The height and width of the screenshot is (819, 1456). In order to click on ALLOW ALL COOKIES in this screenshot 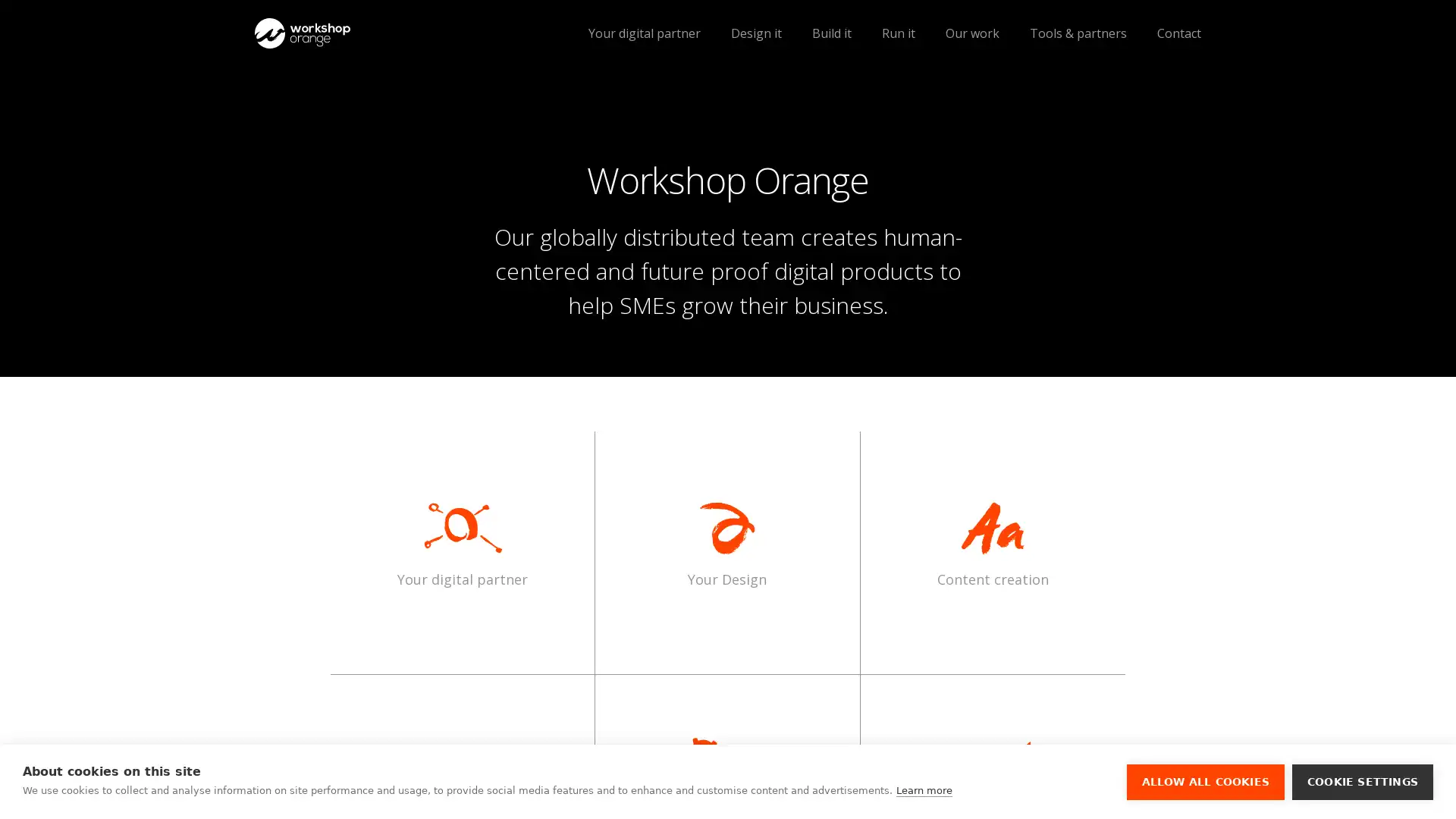, I will do `click(1204, 781)`.